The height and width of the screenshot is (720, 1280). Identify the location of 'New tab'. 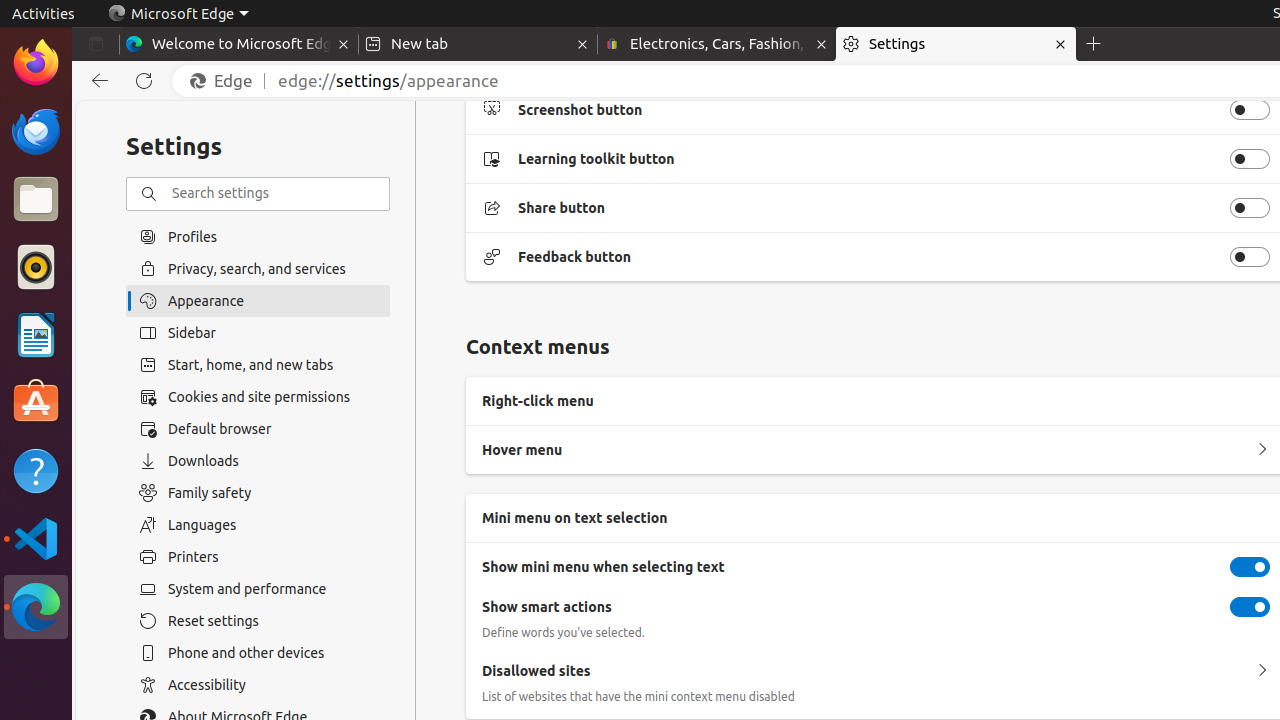
(476, 44).